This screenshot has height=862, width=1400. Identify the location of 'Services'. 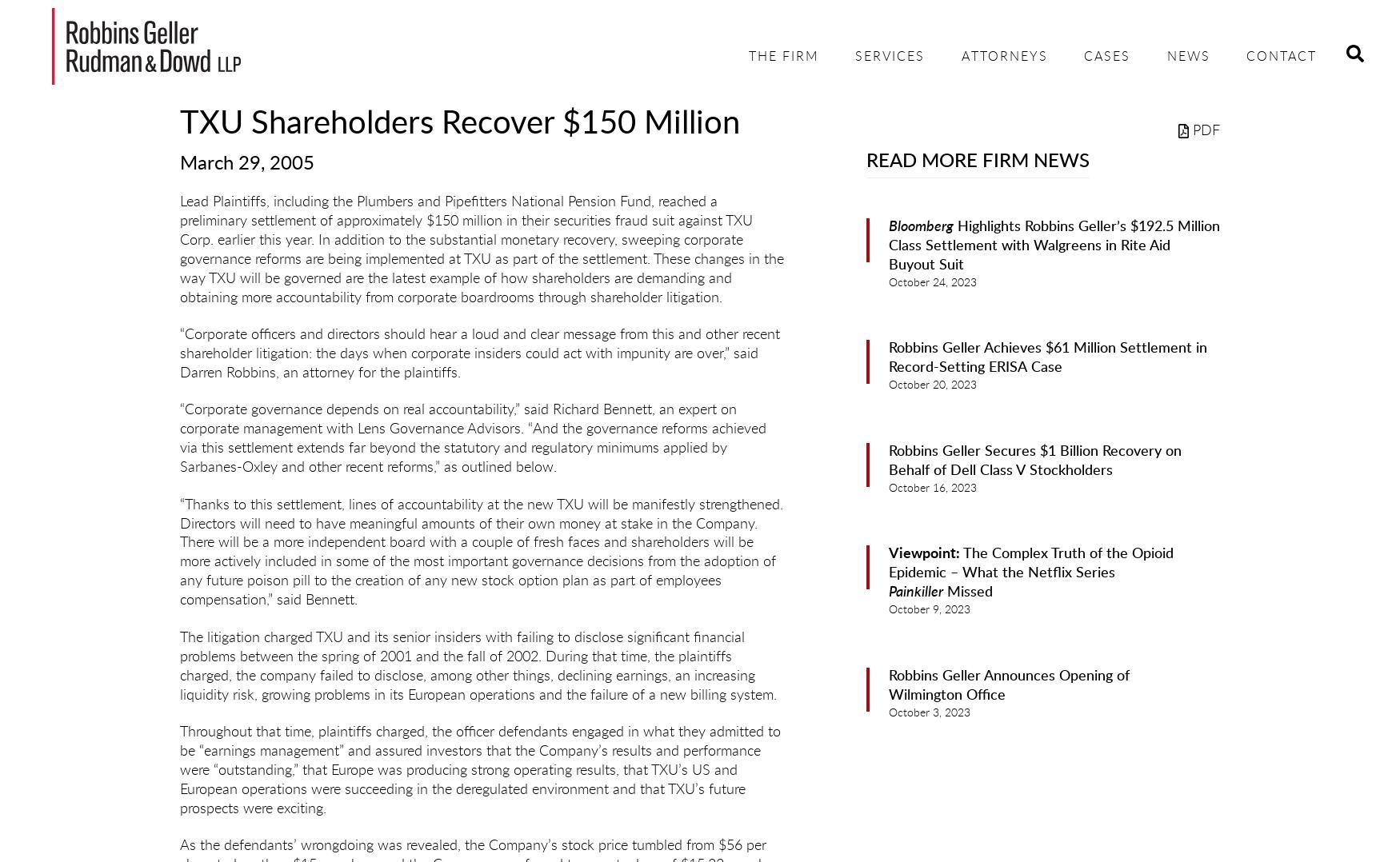
(890, 57).